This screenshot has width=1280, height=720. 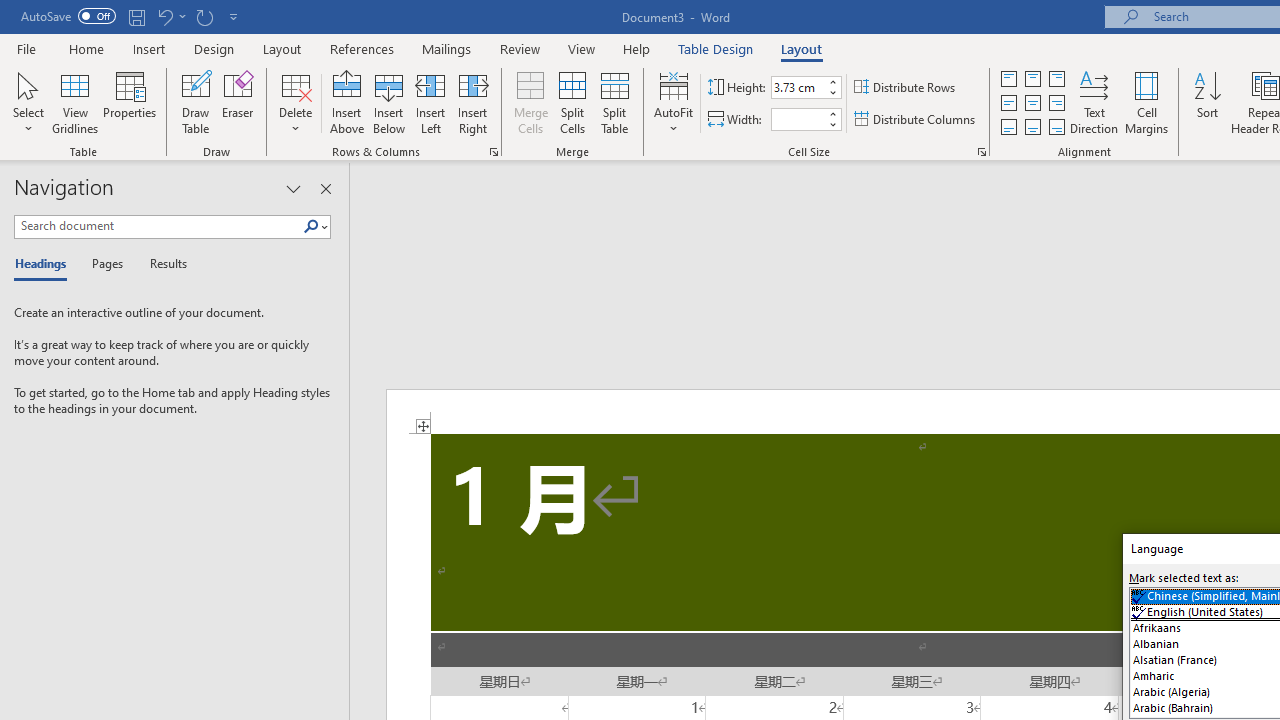 What do you see at coordinates (832, 124) in the screenshot?
I see `'Less'` at bounding box center [832, 124].